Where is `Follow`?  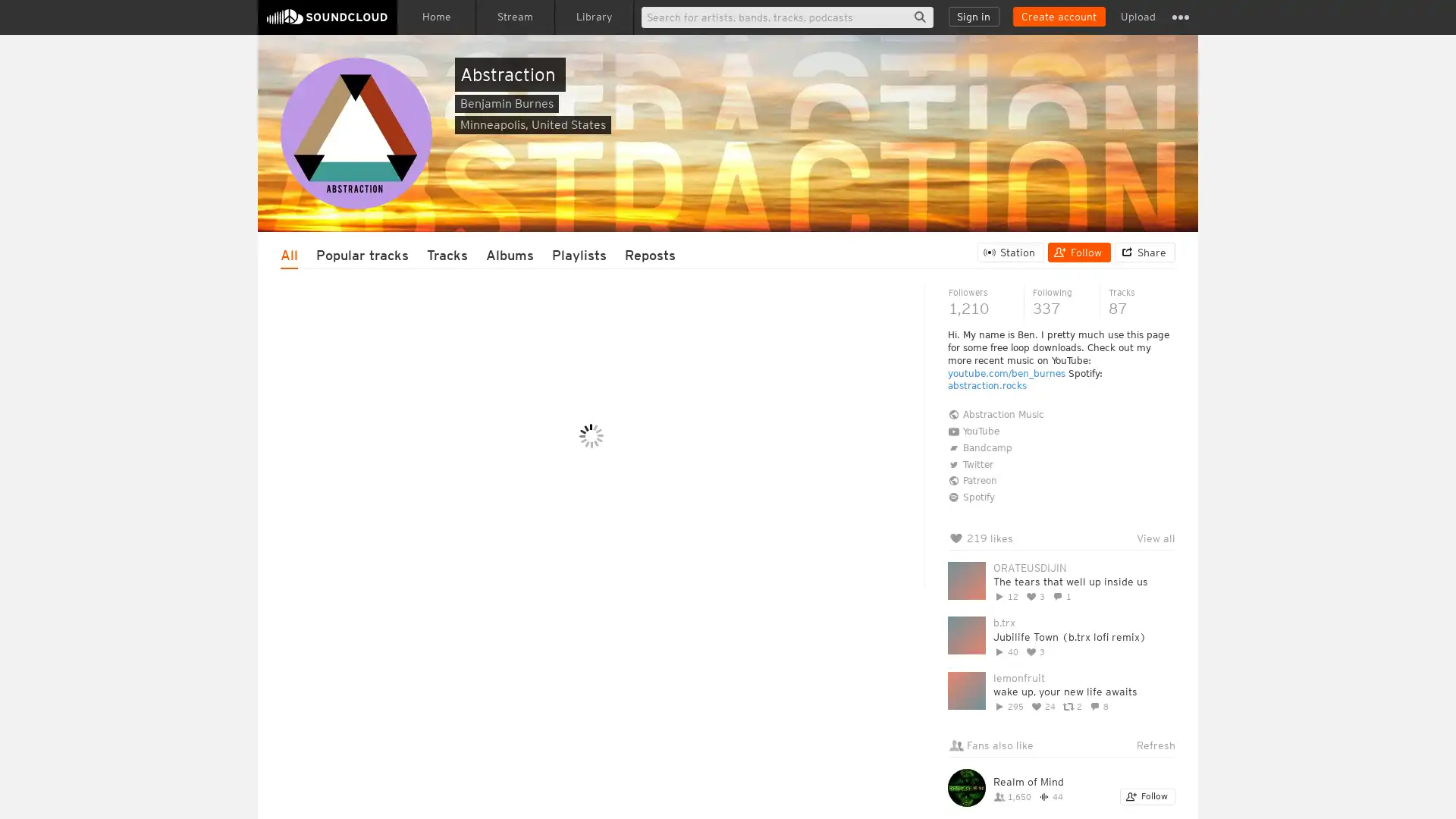 Follow is located at coordinates (1078, 251).